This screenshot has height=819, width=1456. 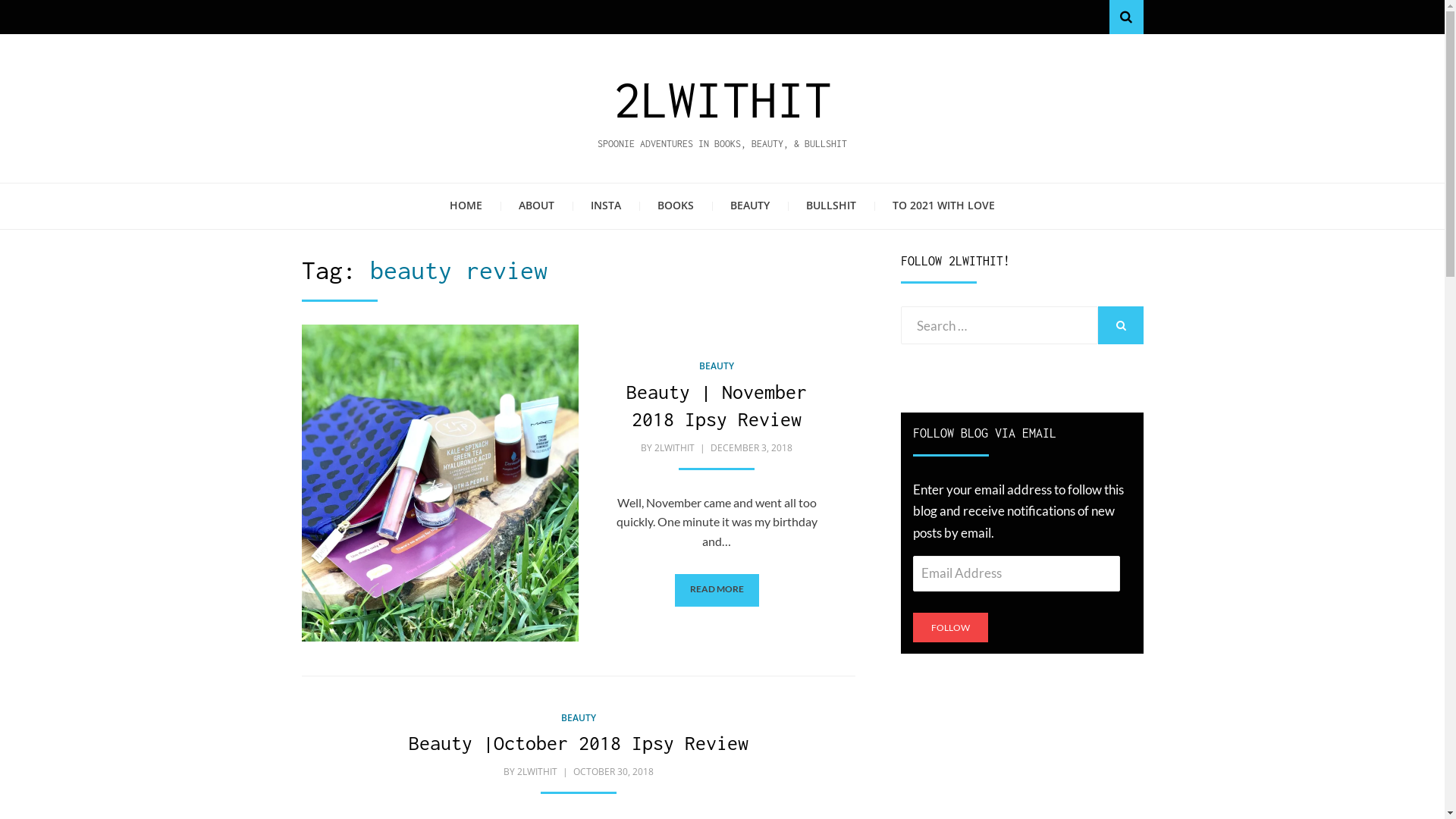 What do you see at coordinates (716, 589) in the screenshot?
I see `'READ MORE'` at bounding box center [716, 589].